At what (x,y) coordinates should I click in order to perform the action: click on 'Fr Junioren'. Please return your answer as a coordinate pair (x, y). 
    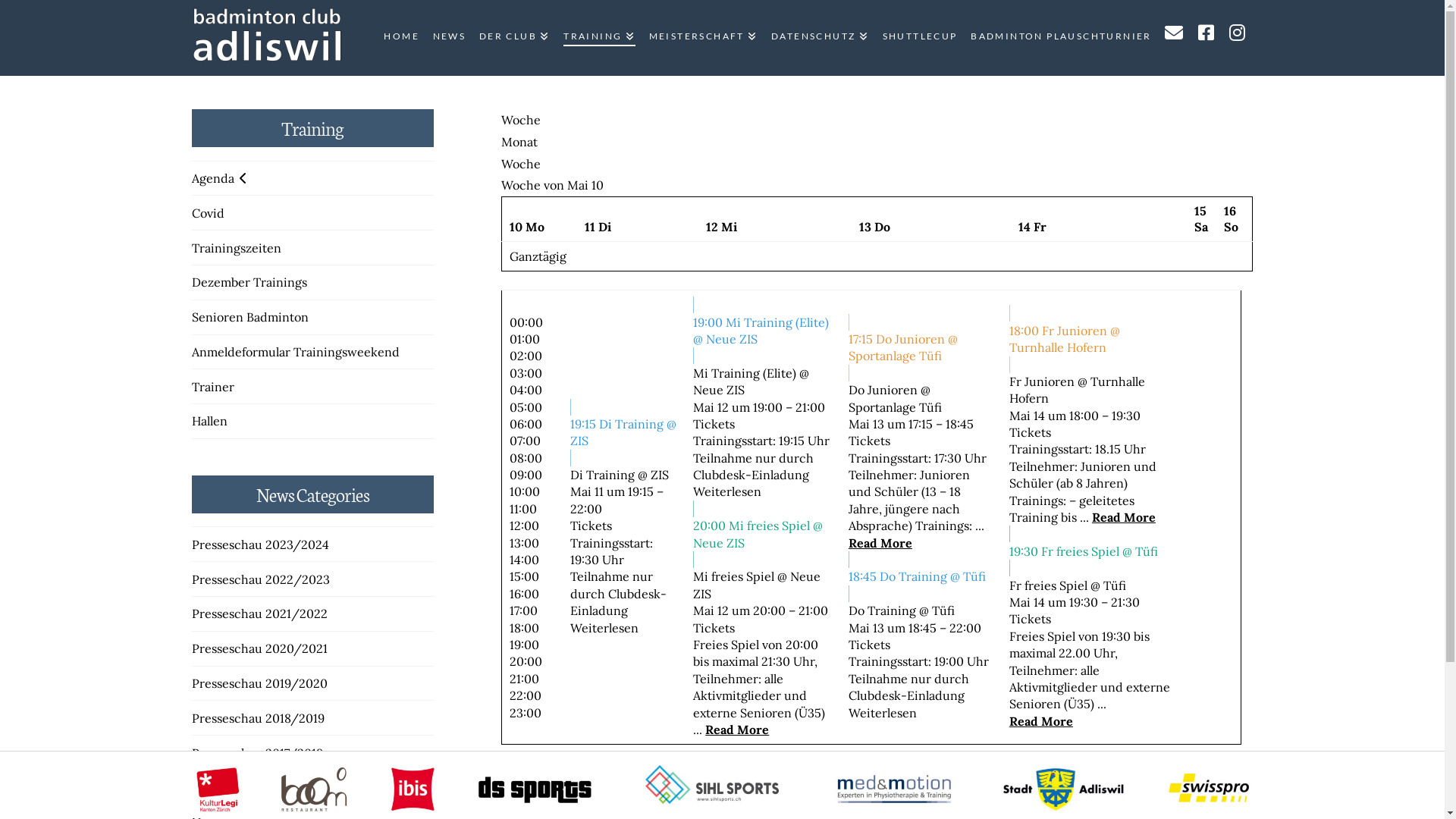
    Looking at the image, I should click on (1040, 380).